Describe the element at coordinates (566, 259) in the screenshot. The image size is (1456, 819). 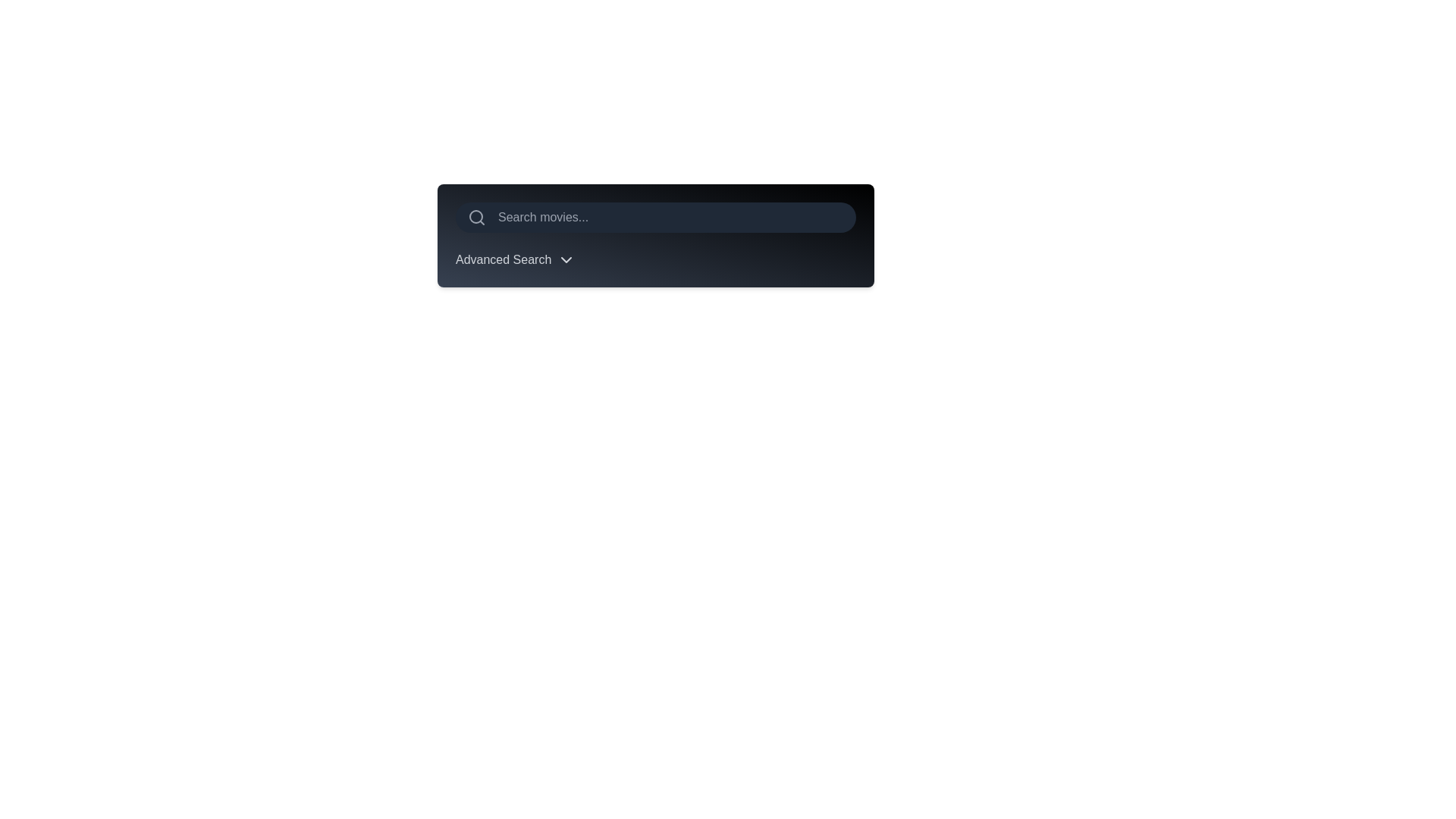
I see `the chevron icon next to the 'Advanced Search' text` at that location.